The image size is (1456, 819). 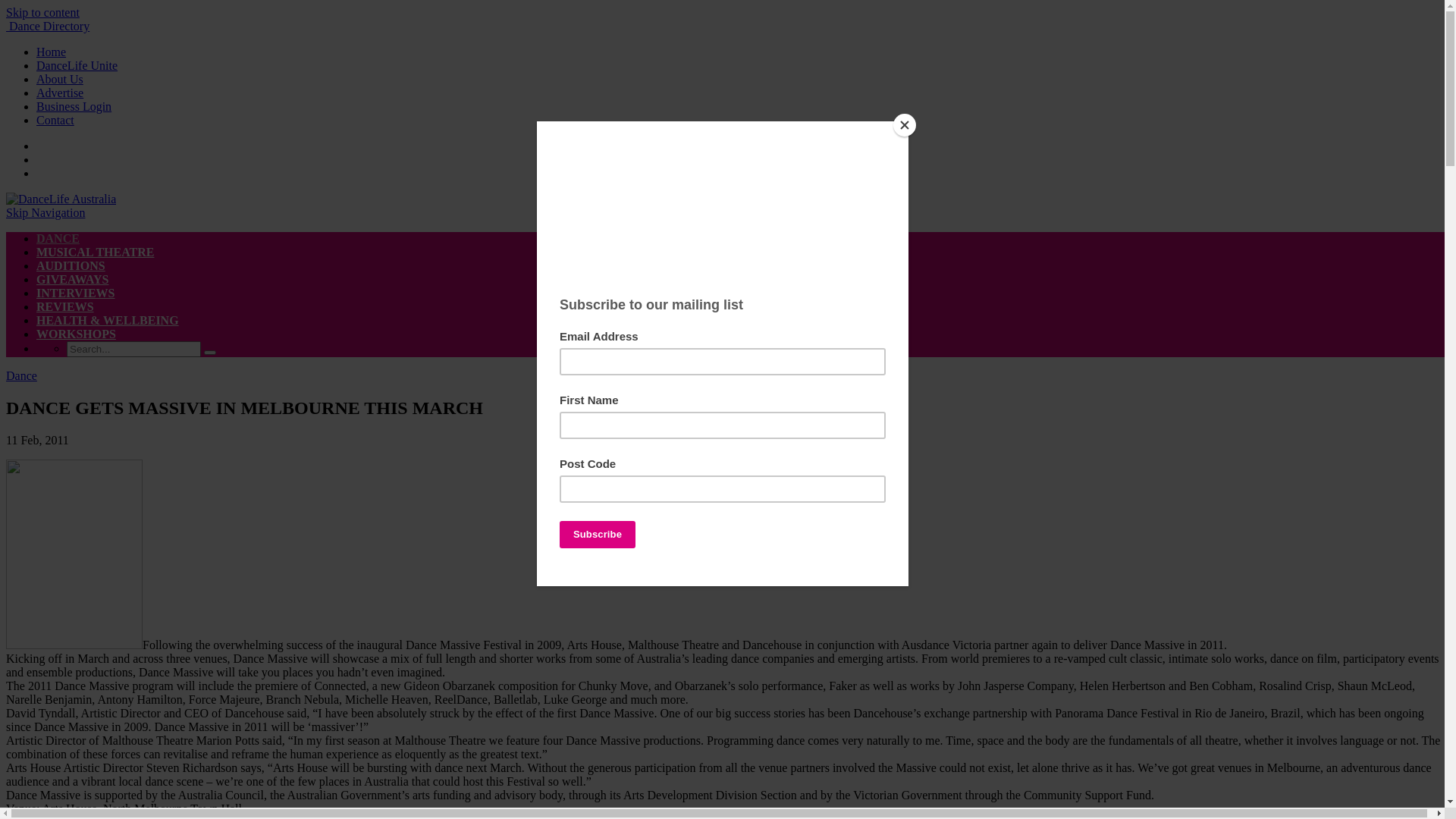 I want to click on 'GIVEAWAYS', so click(x=71, y=279).